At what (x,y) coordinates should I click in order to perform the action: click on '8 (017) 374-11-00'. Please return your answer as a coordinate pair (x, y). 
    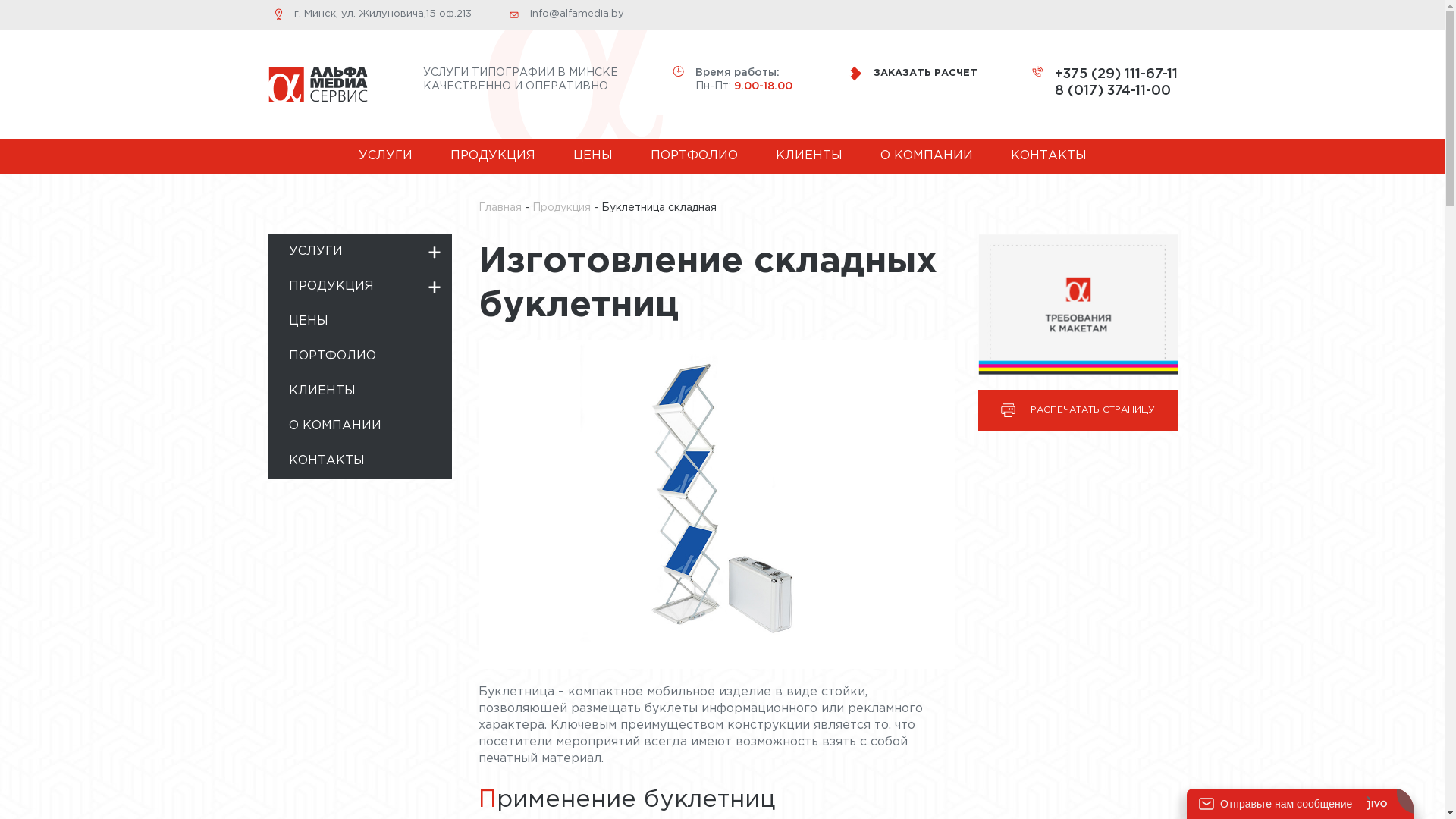
    Looking at the image, I should click on (1115, 90).